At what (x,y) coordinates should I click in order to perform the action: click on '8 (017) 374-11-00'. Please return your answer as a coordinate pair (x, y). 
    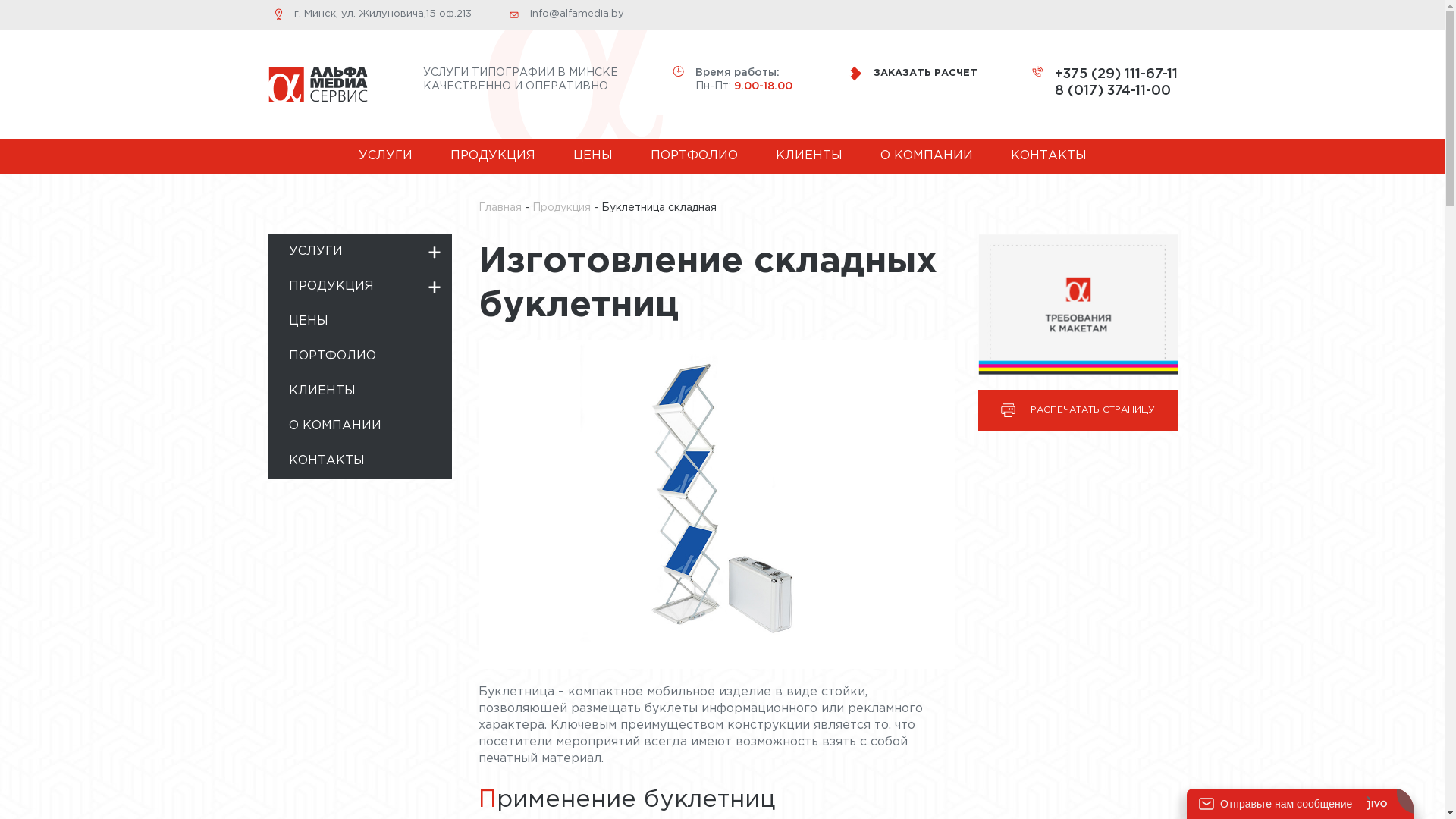
    Looking at the image, I should click on (1115, 90).